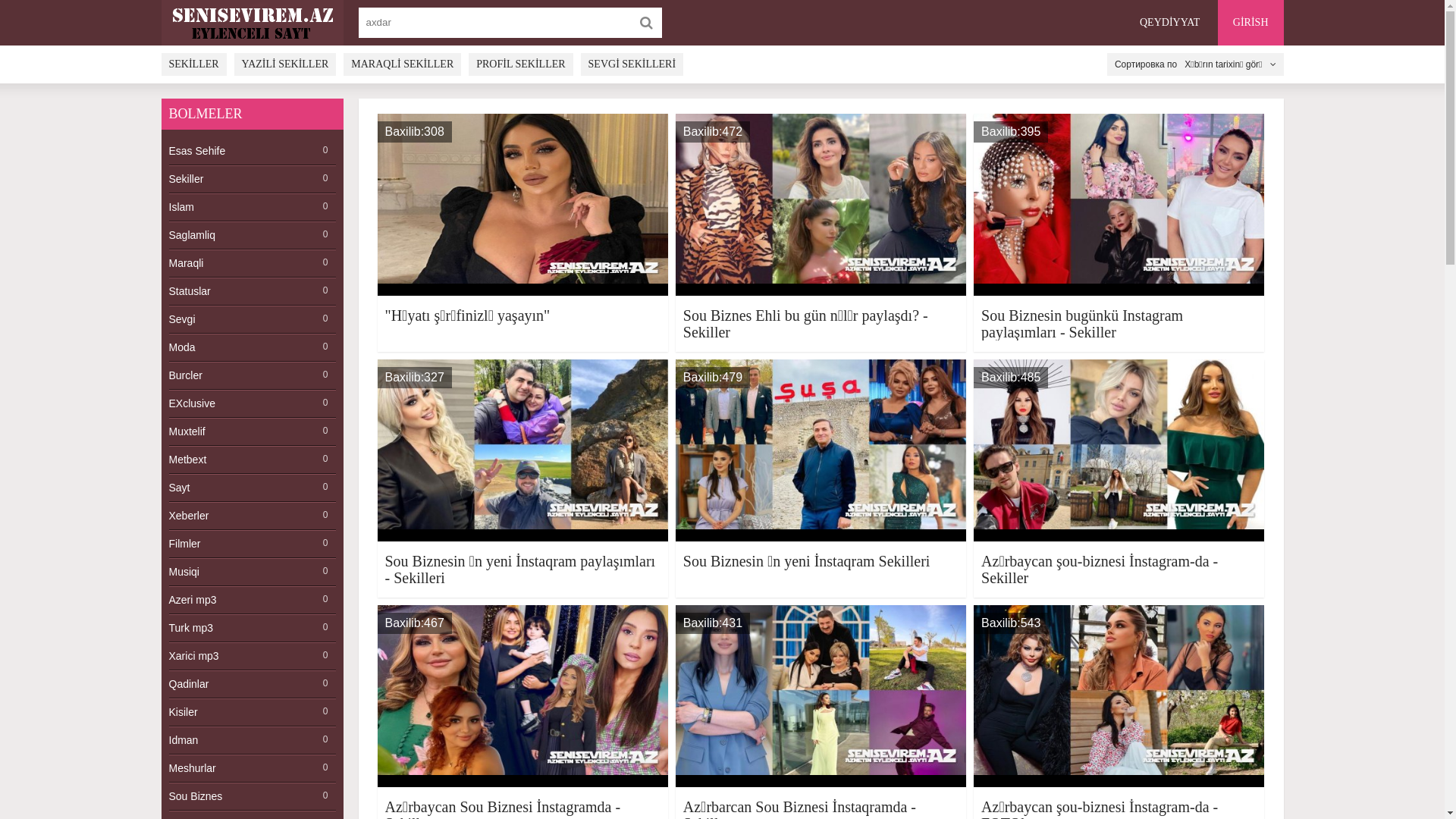 This screenshot has height=819, width=1456. Describe the element at coordinates (820, 450) in the screenshot. I see `'Baxilib:479'` at that location.